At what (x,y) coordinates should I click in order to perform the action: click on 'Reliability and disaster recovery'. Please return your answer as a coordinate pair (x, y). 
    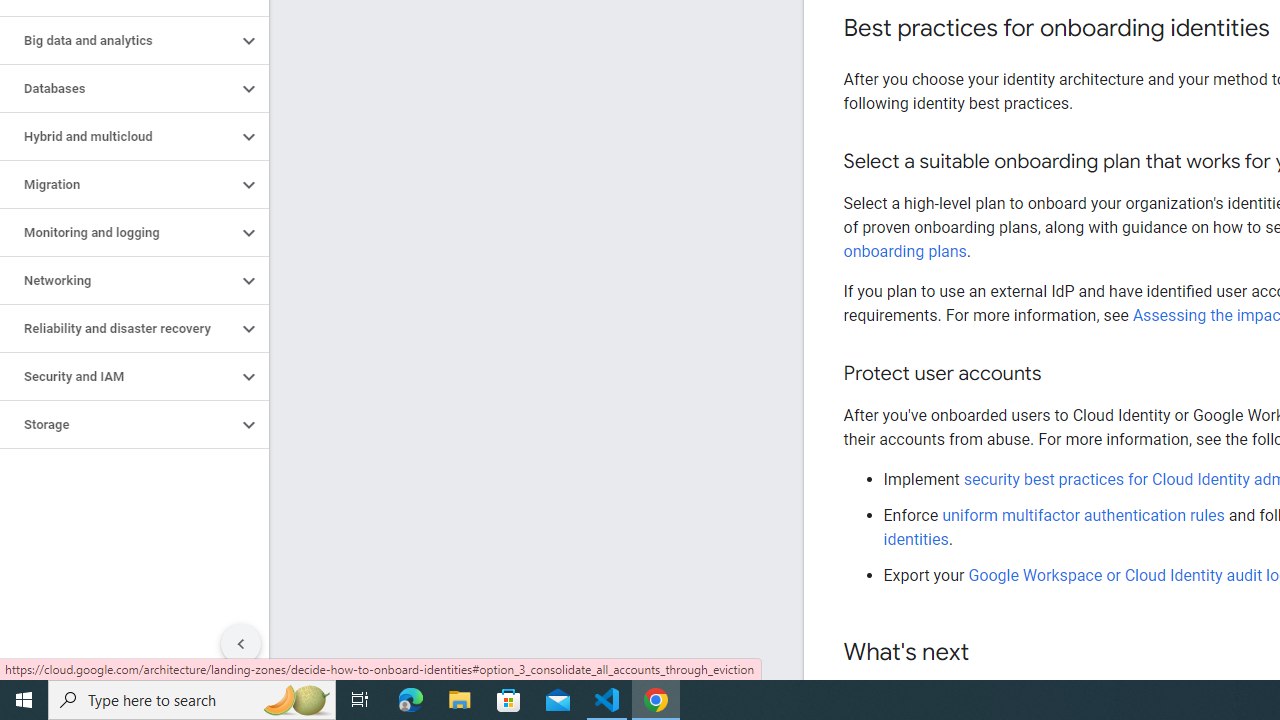
    Looking at the image, I should click on (117, 328).